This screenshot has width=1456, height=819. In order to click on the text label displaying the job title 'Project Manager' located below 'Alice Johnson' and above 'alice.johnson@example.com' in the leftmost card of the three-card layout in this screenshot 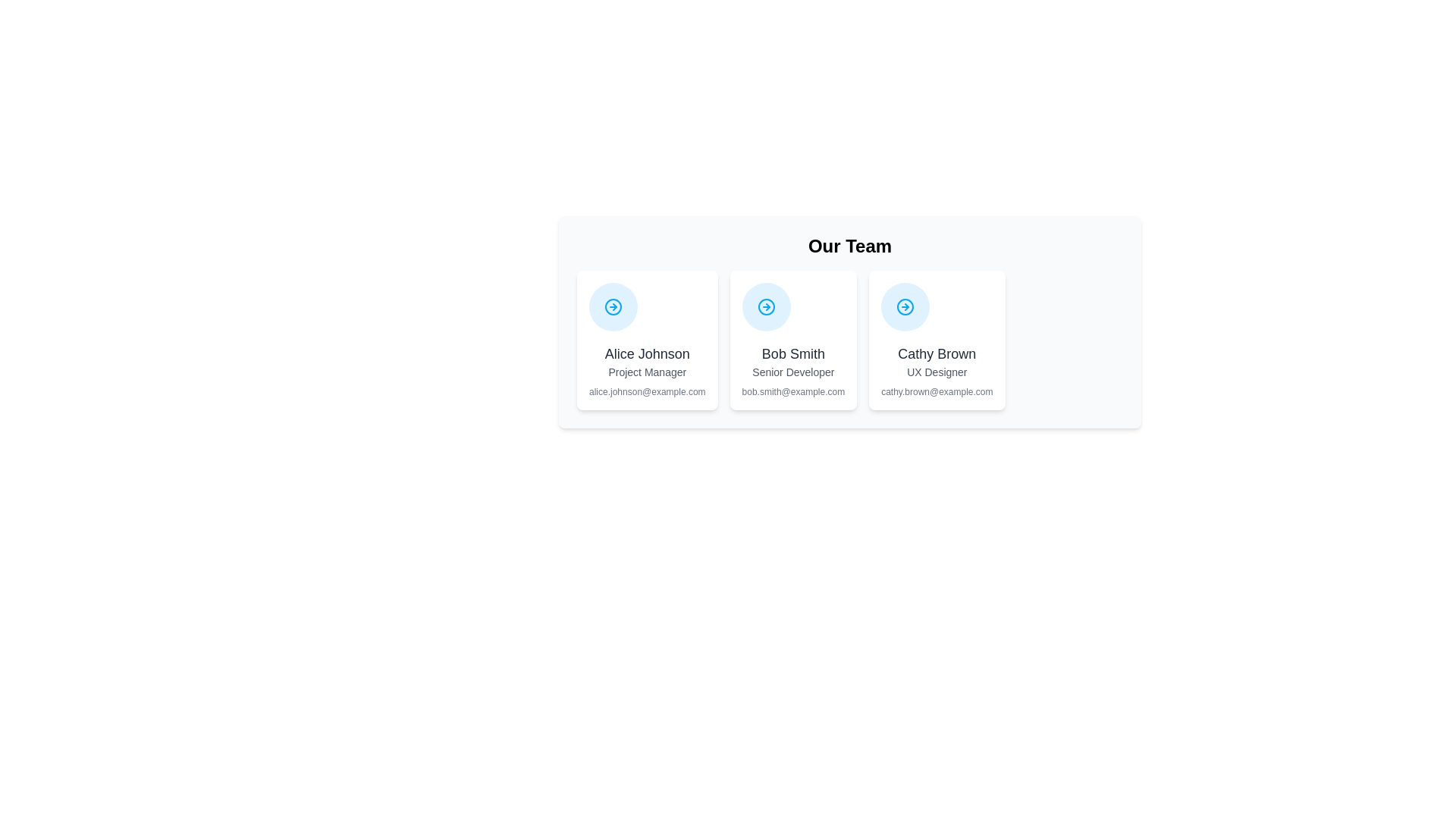, I will do `click(647, 372)`.